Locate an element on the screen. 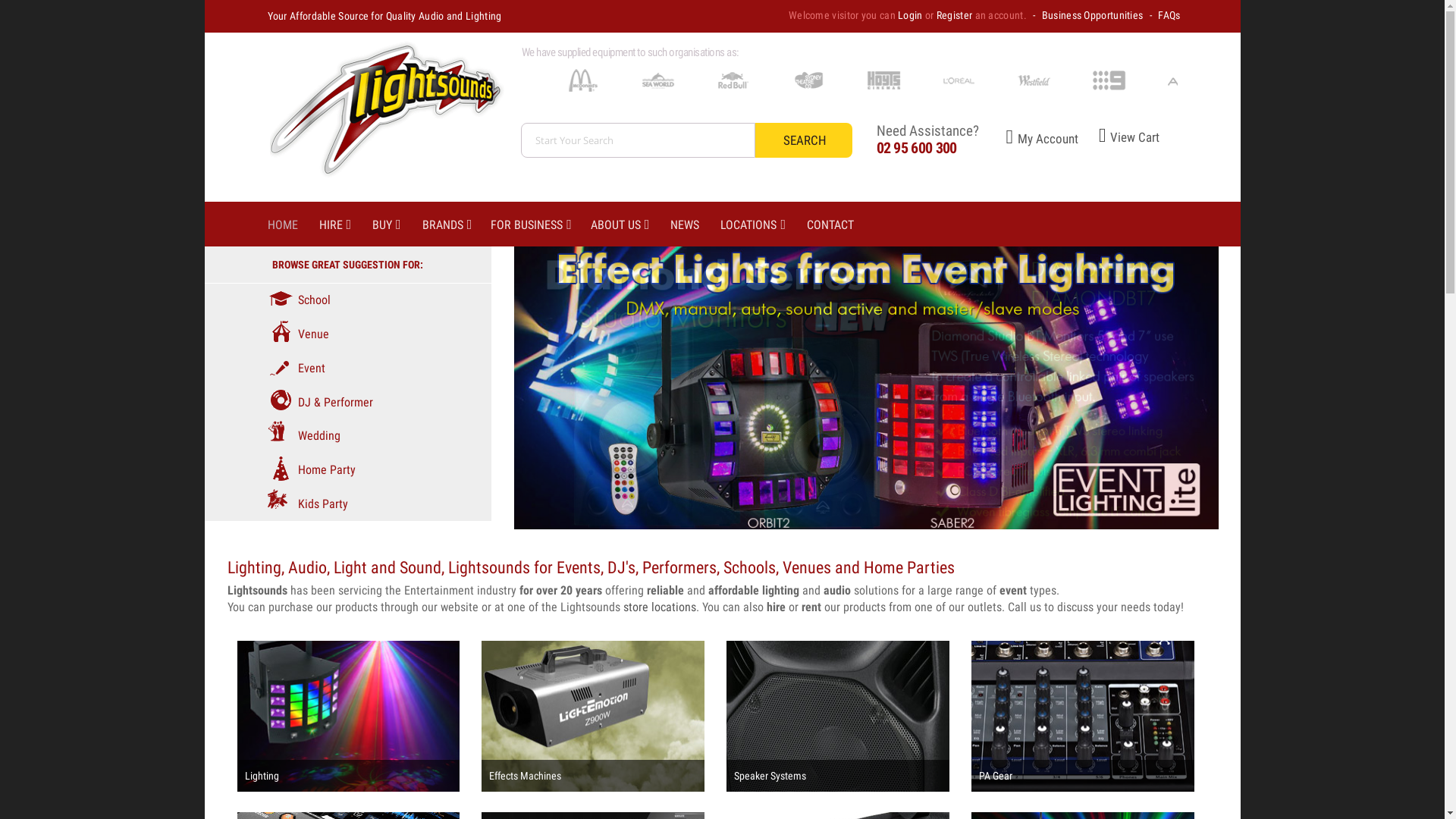 This screenshot has width=1456, height=819. 'Kids Party' is located at coordinates (306, 504).